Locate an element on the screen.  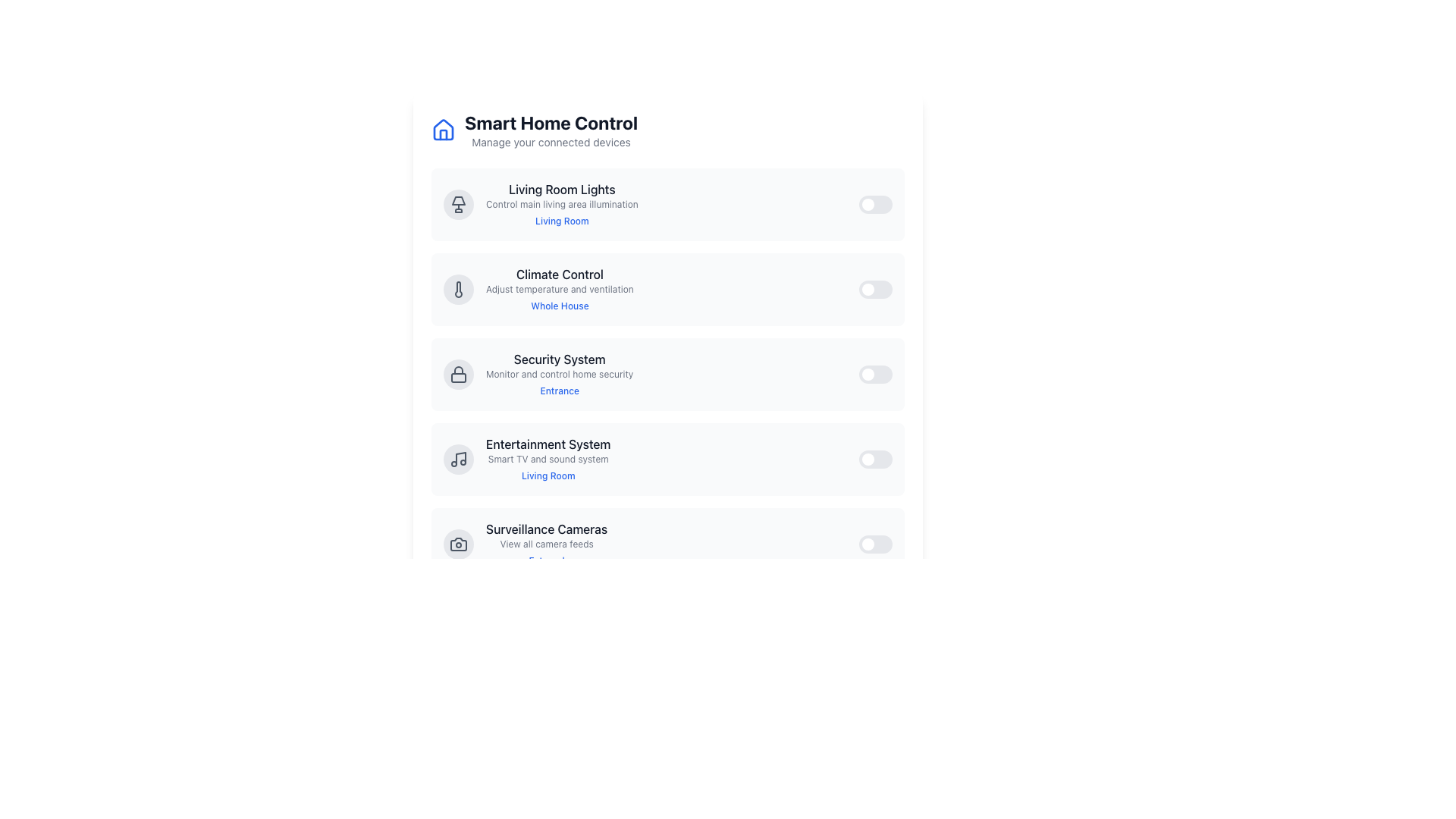
the circular toggle handle of the 'Toggle device' switch to change its state is located at coordinates (868, 543).